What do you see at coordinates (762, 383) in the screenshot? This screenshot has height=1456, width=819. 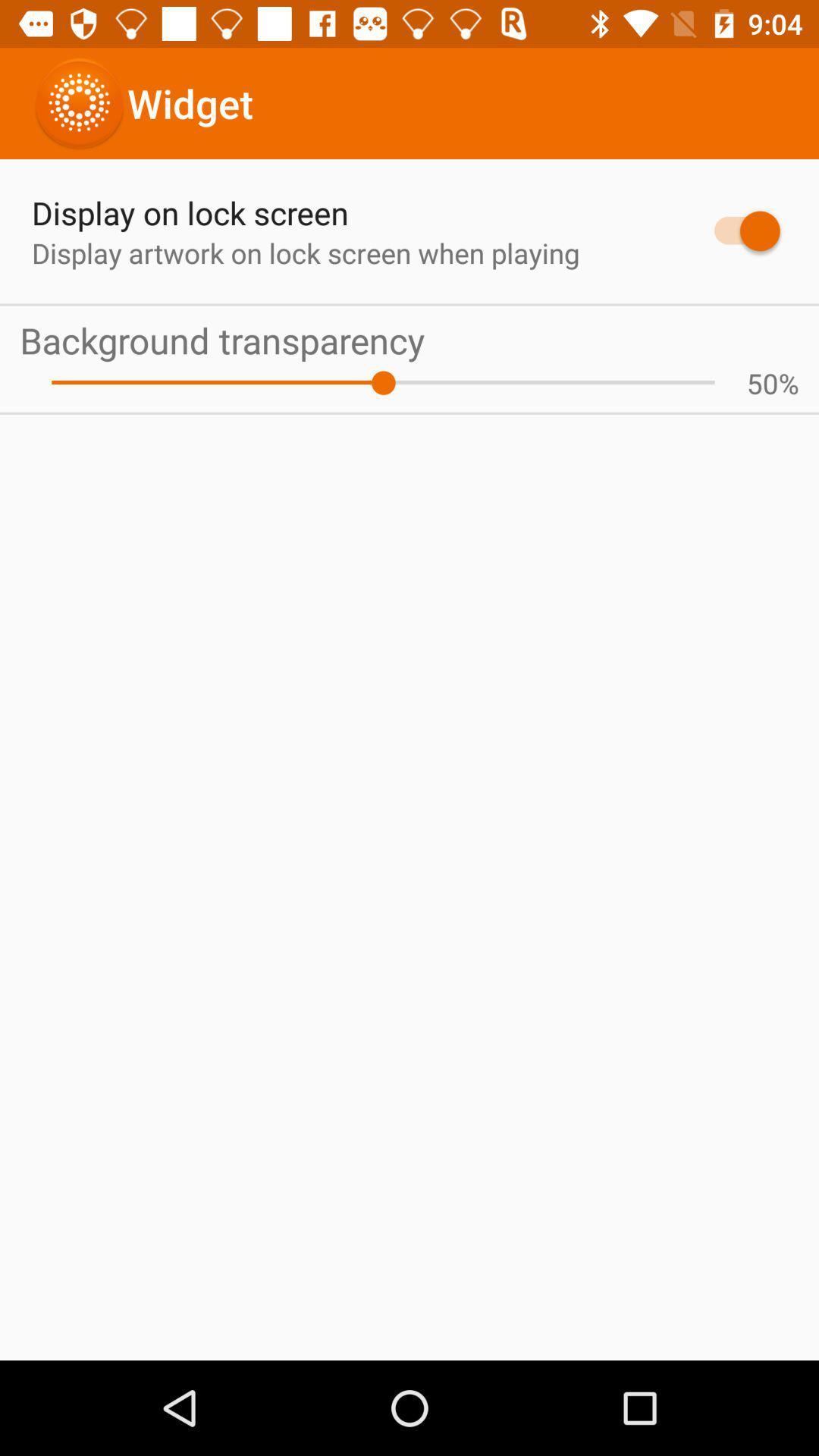 I see `the 50 icon` at bounding box center [762, 383].